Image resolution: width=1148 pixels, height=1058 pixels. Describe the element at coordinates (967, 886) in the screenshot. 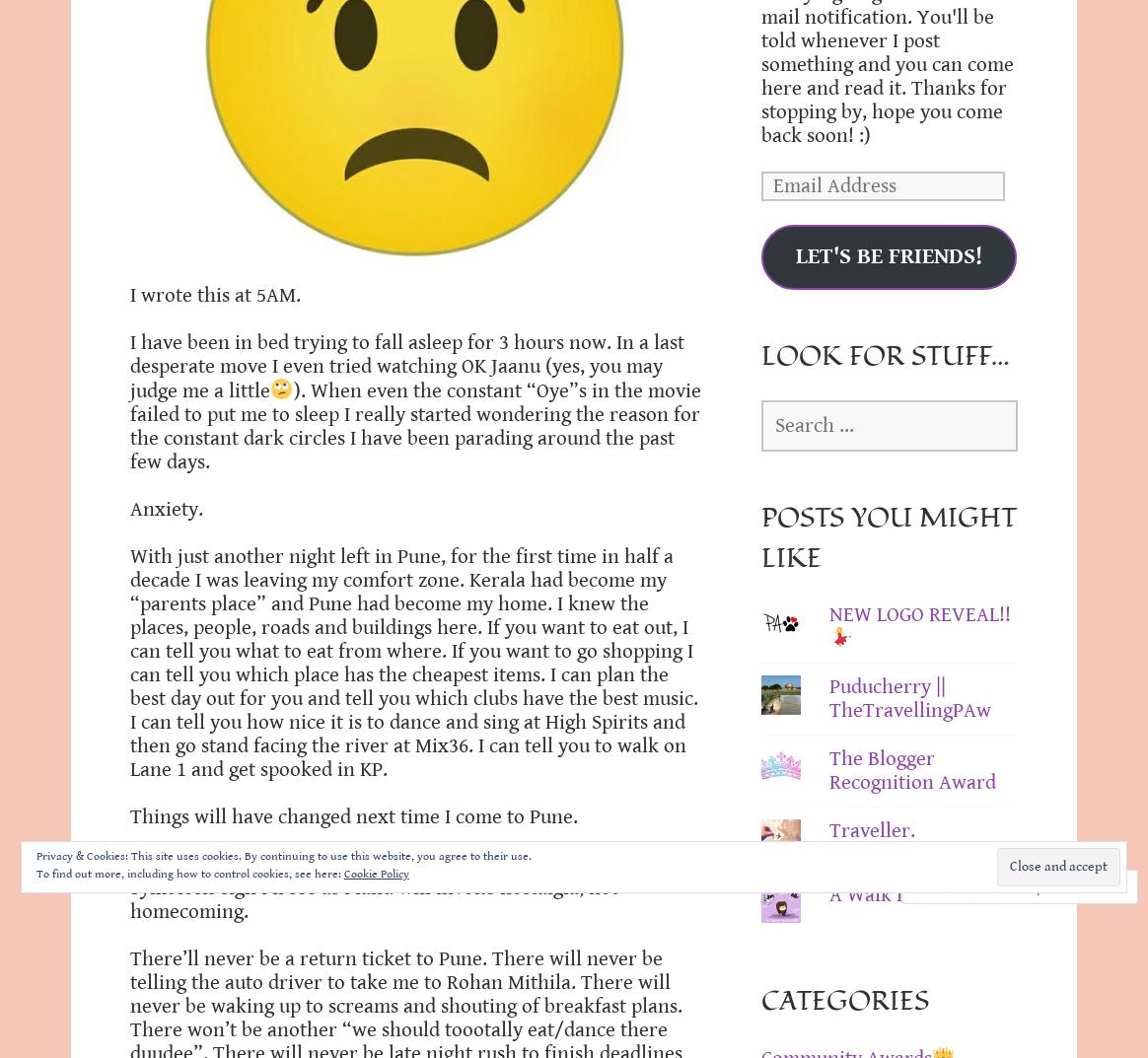

I see `'Comment'` at that location.